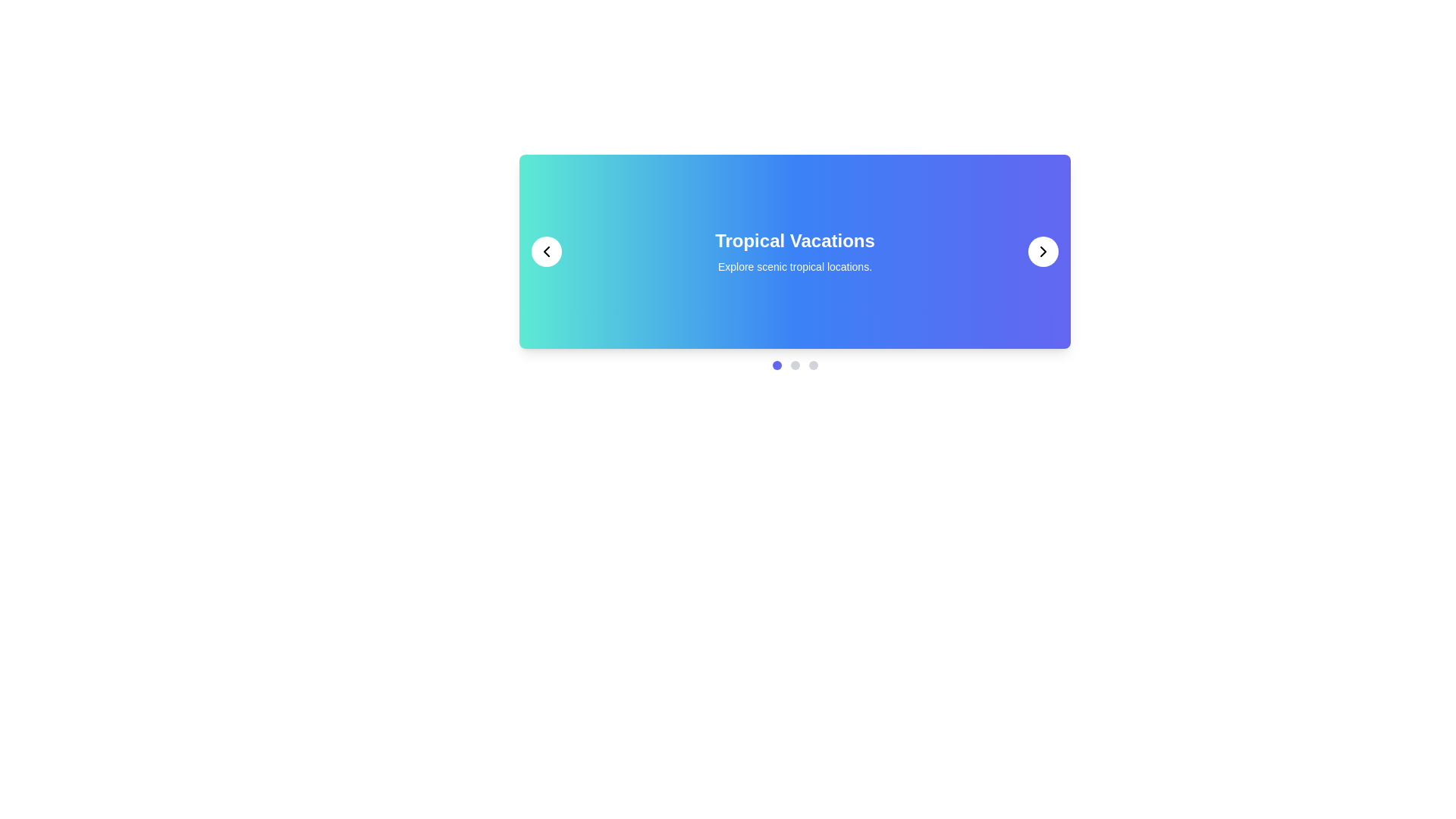 The height and width of the screenshot is (819, 1456). What do you see at coordinates (546, 250) in the screenshot?
I see `the left-facing chevron icon within the rounded white button labeled 'Tropical Vacations'` at bounding box center [546, 250].